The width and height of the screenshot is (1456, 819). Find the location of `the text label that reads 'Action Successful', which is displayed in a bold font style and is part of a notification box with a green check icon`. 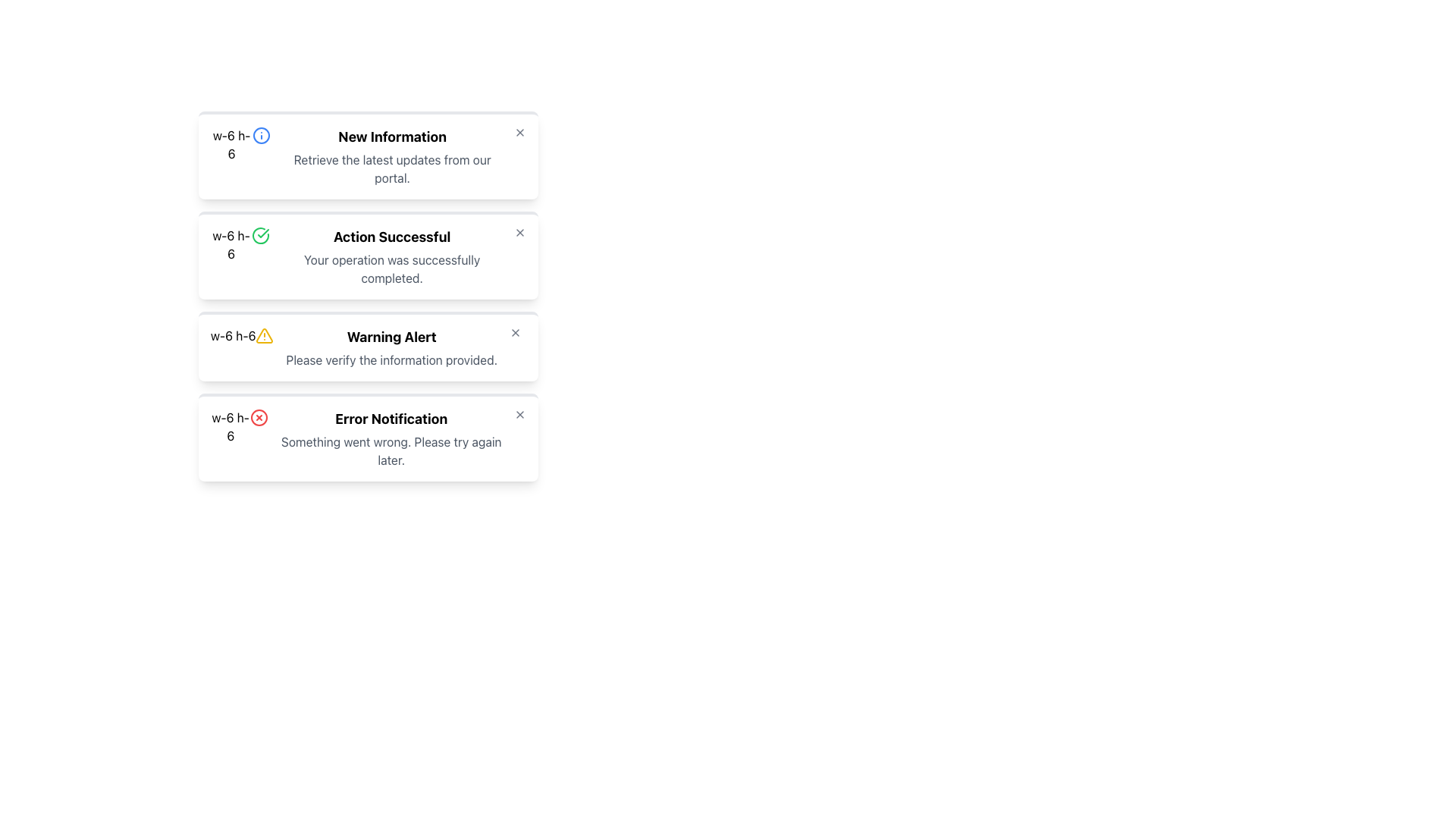

the text label that reads 'Action Successful', which is displayed in a bold font style and is part of a notification box with a green check icon is located at coordinates (392, 237).